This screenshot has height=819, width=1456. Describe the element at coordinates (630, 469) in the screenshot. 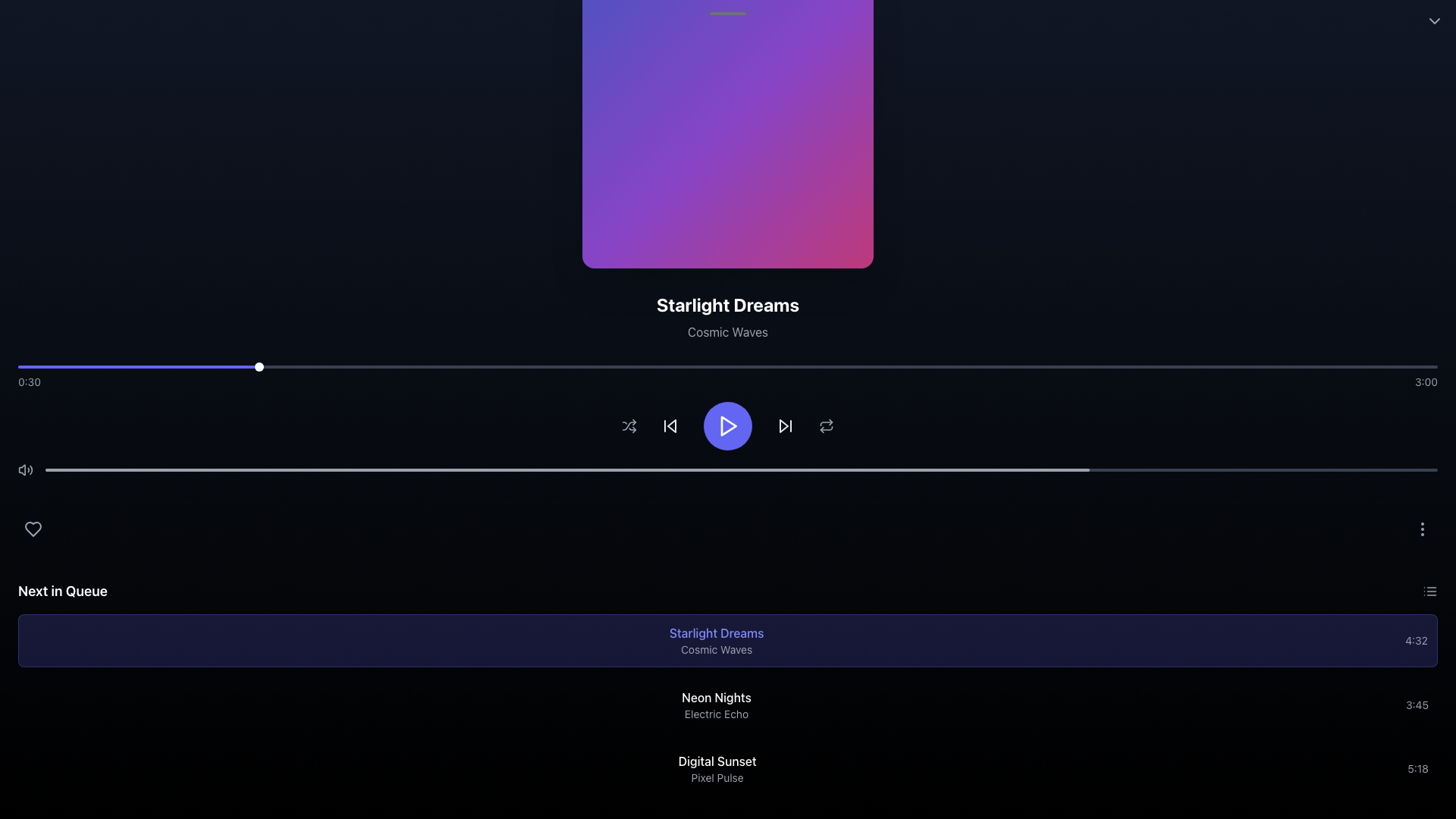

I see `the playback progress` at that location.